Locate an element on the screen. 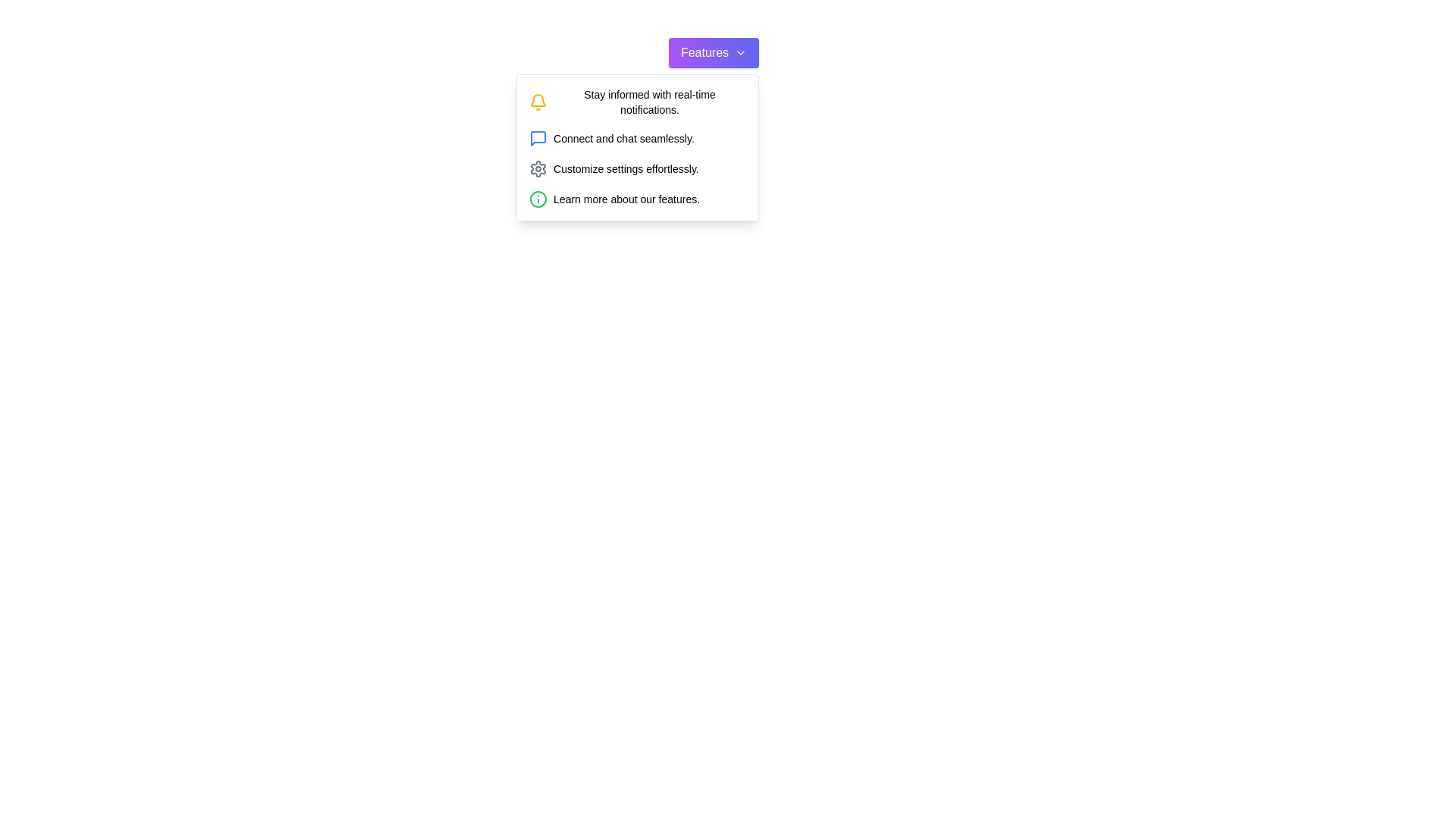 This screenshot has width=1456, height=819. the decorative or informational icon located to the left of the text 'Learn more about our features.' positioned at the bottom of the list in the interface is located at coordinates (538, 198).